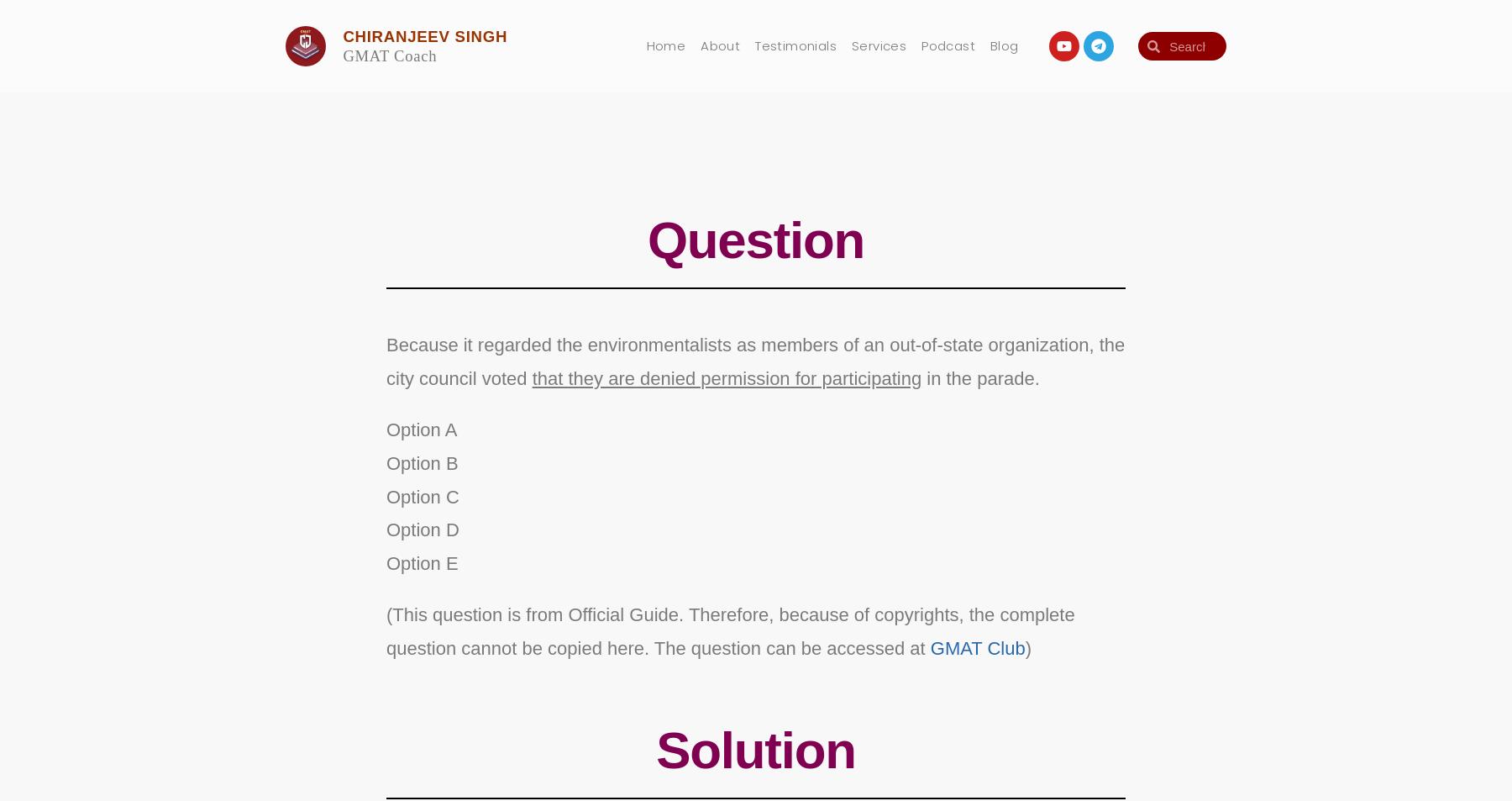  Describe the element at coordinates (727, 377) in the screenshot. I see `'that they are denied permission for participating'` at that location.